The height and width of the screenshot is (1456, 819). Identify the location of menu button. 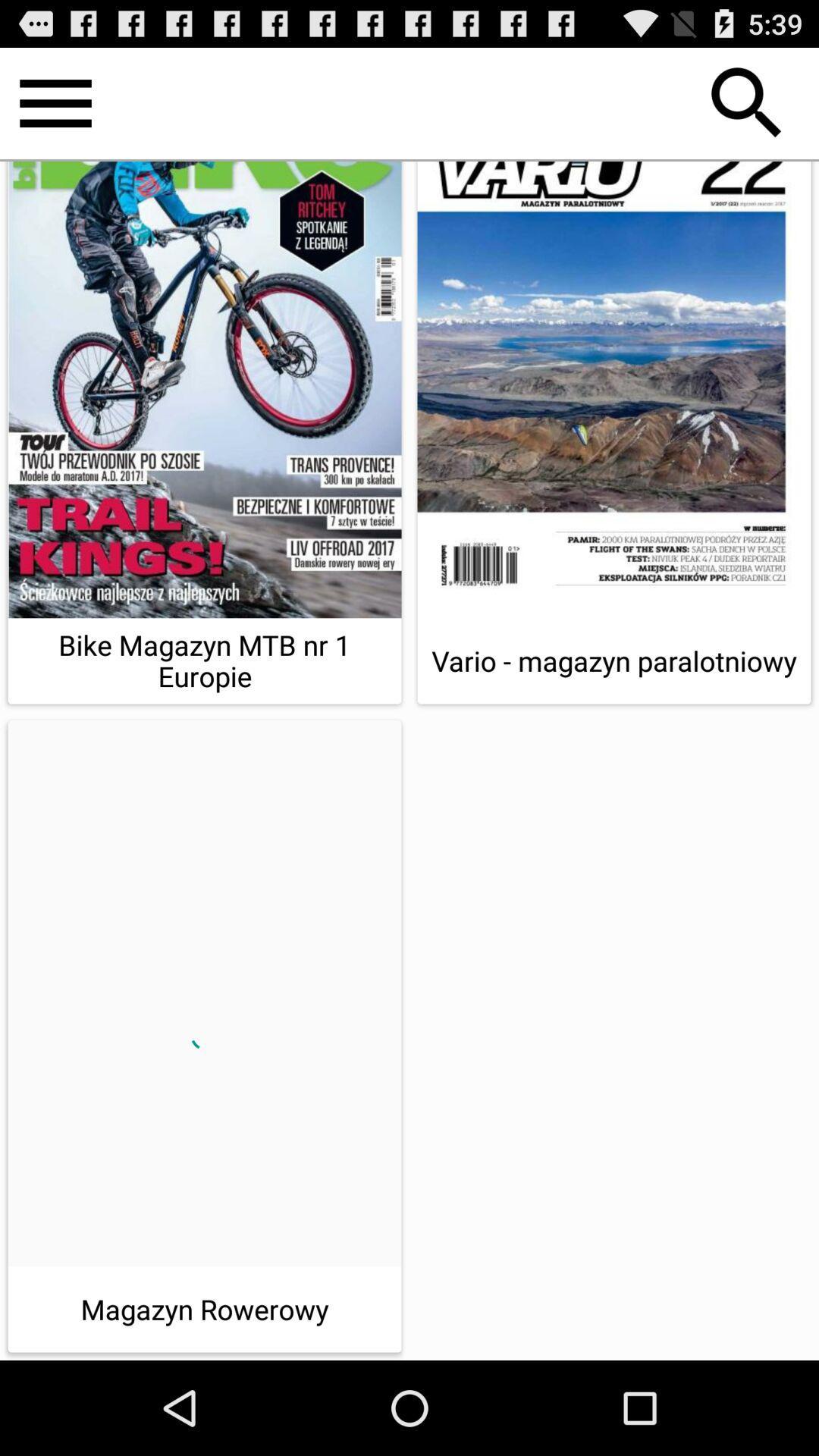
(55, 102).